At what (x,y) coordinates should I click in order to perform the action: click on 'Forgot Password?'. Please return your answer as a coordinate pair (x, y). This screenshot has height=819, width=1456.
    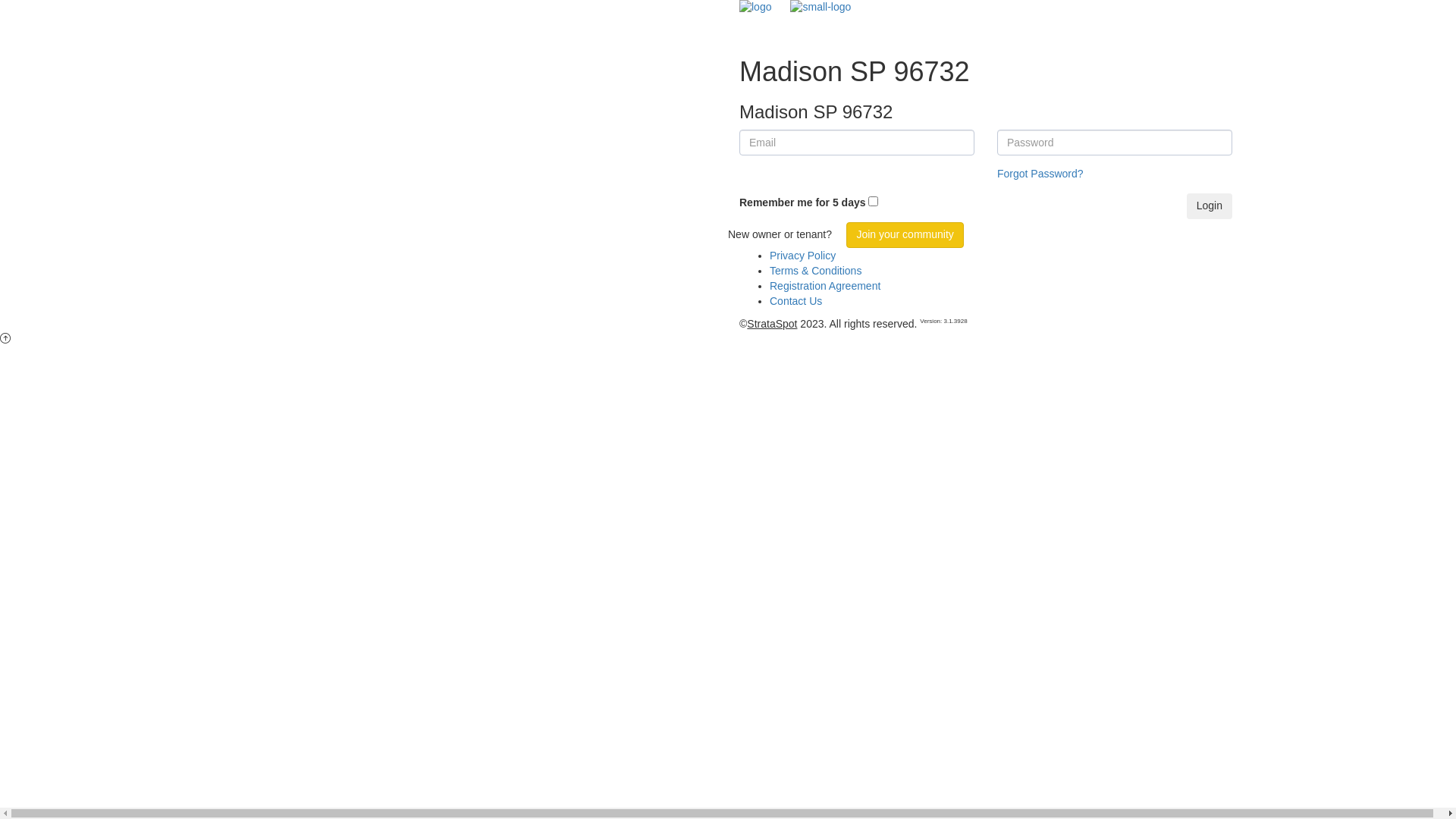
    Looking at the image, I should click on (1040, 172).